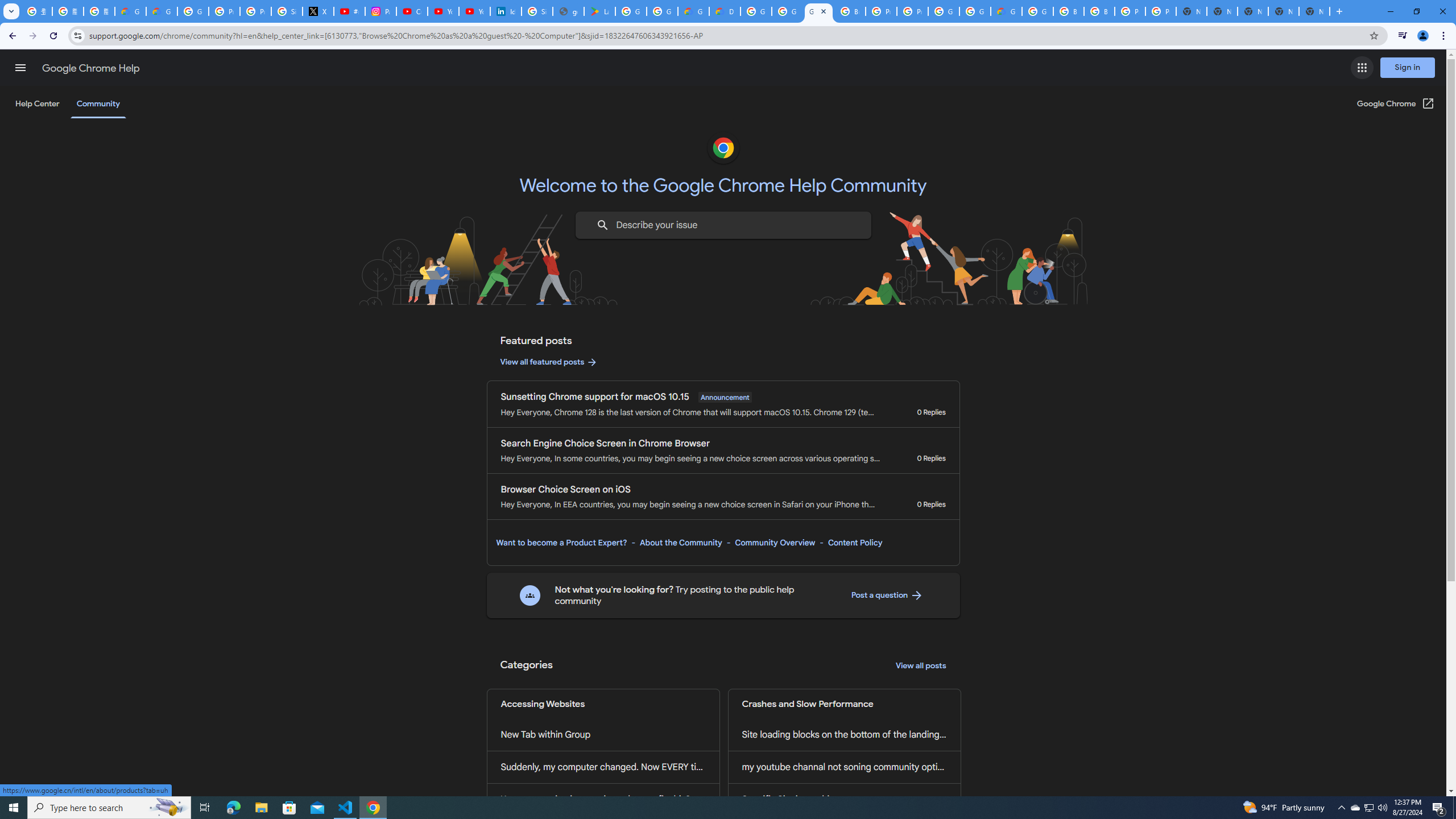  Describe the element at coordinates (1069, 11) in the screenshot. I see `'Browse Chrome as a guest - Computer - Google Chrome Help'` at that location.